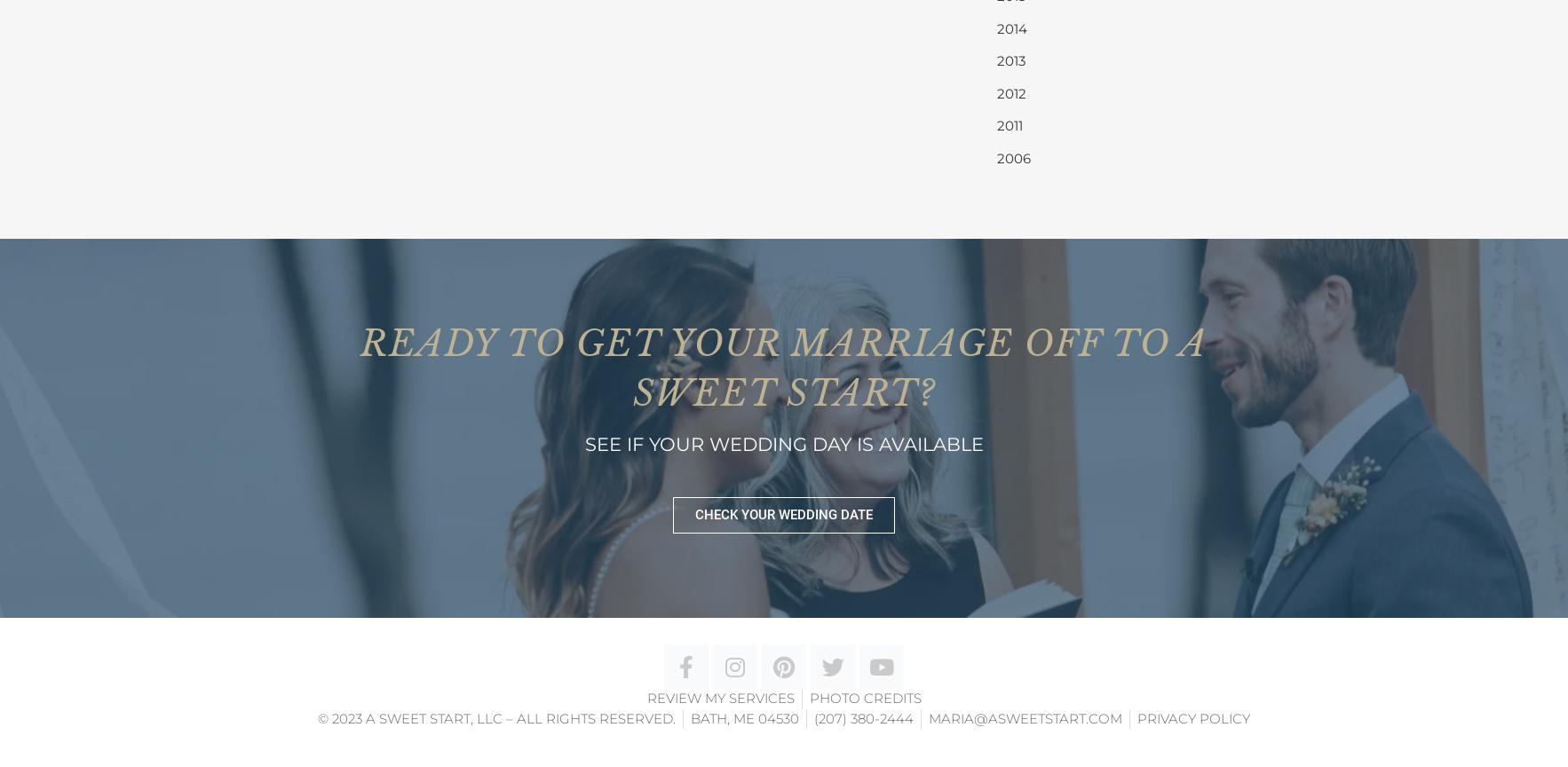 The width and height of the screenshot is (1568, 767). I want to click on 'Ready to get your marriage off to a sweet start?', so click(360, 367).